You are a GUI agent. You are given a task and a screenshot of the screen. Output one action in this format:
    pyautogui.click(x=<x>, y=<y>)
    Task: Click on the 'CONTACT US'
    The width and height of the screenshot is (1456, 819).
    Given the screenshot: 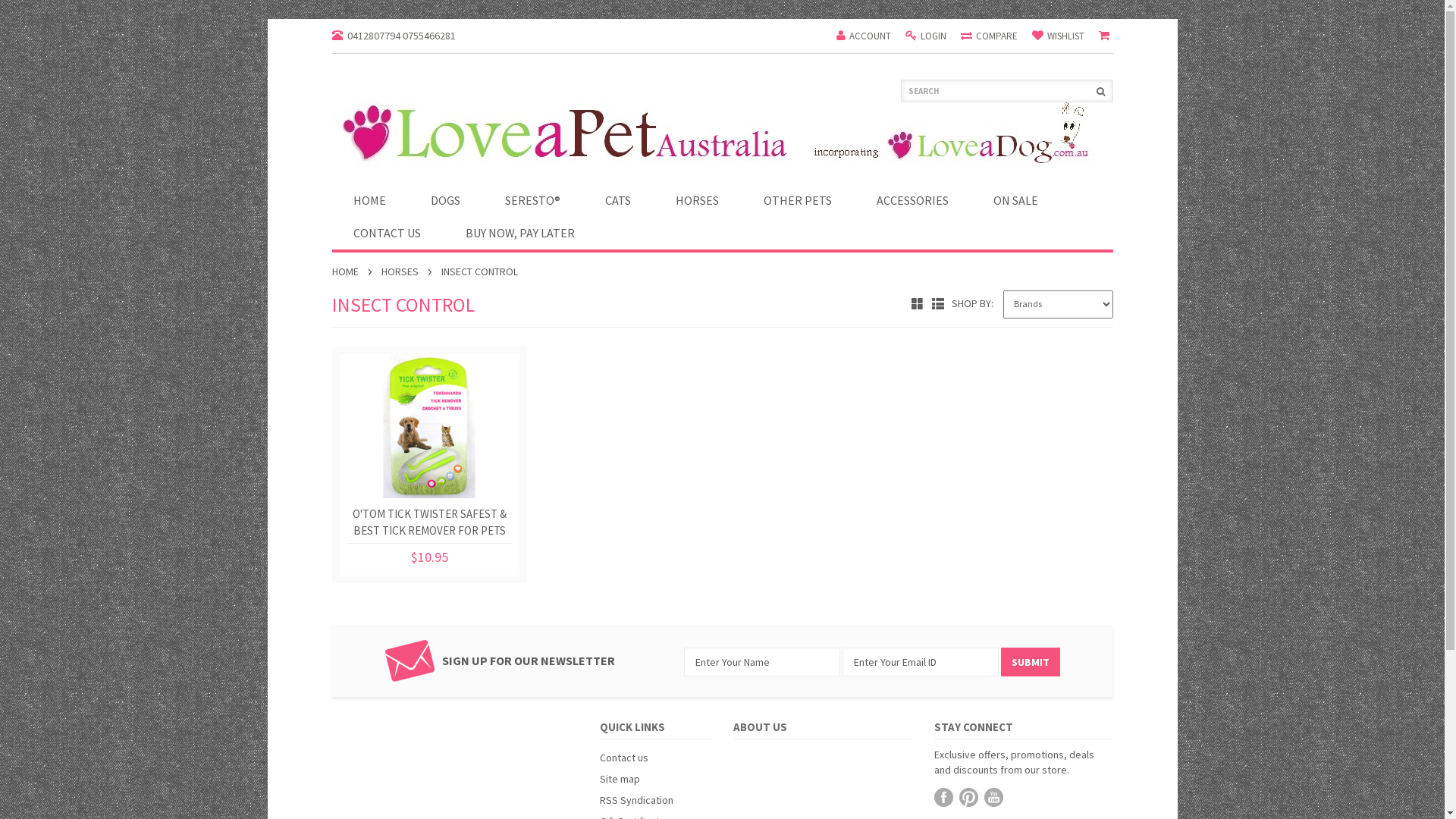 What is the action you would take?
    pyautogui.click(x=387, y=233)
    